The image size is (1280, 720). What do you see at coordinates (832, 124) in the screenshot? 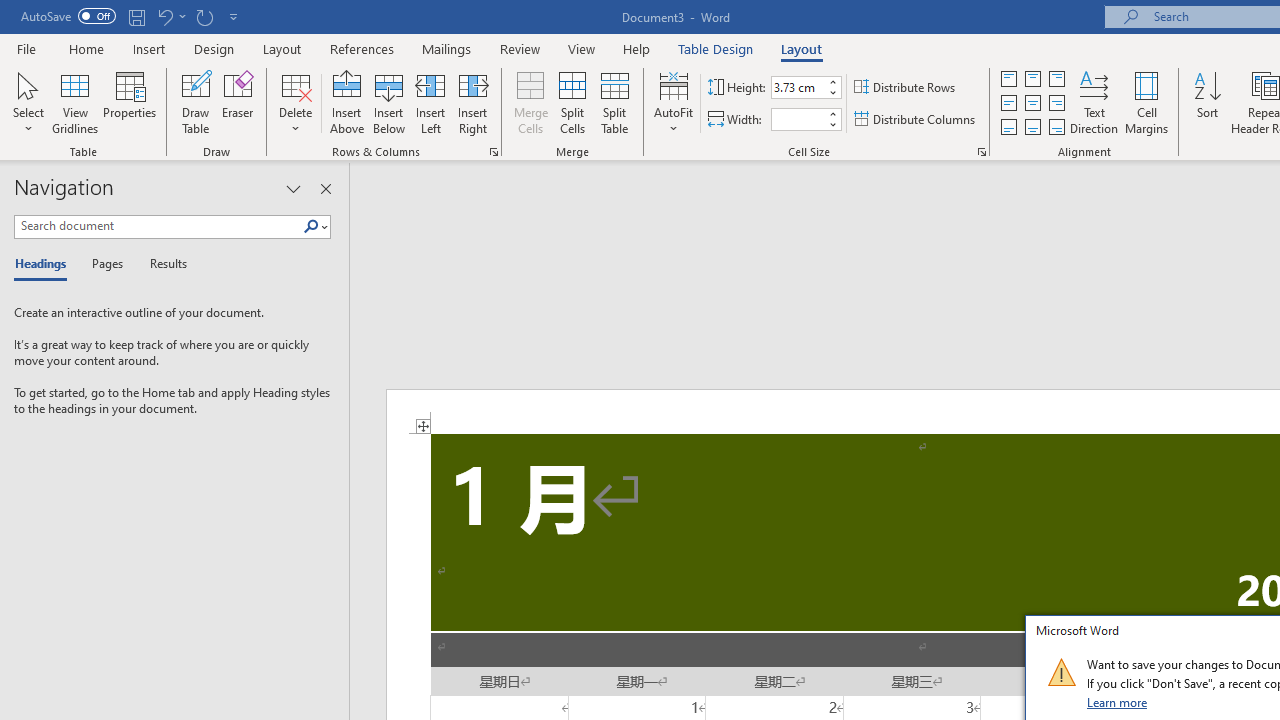
I see `'Less'` at bounding box center [832, 124].